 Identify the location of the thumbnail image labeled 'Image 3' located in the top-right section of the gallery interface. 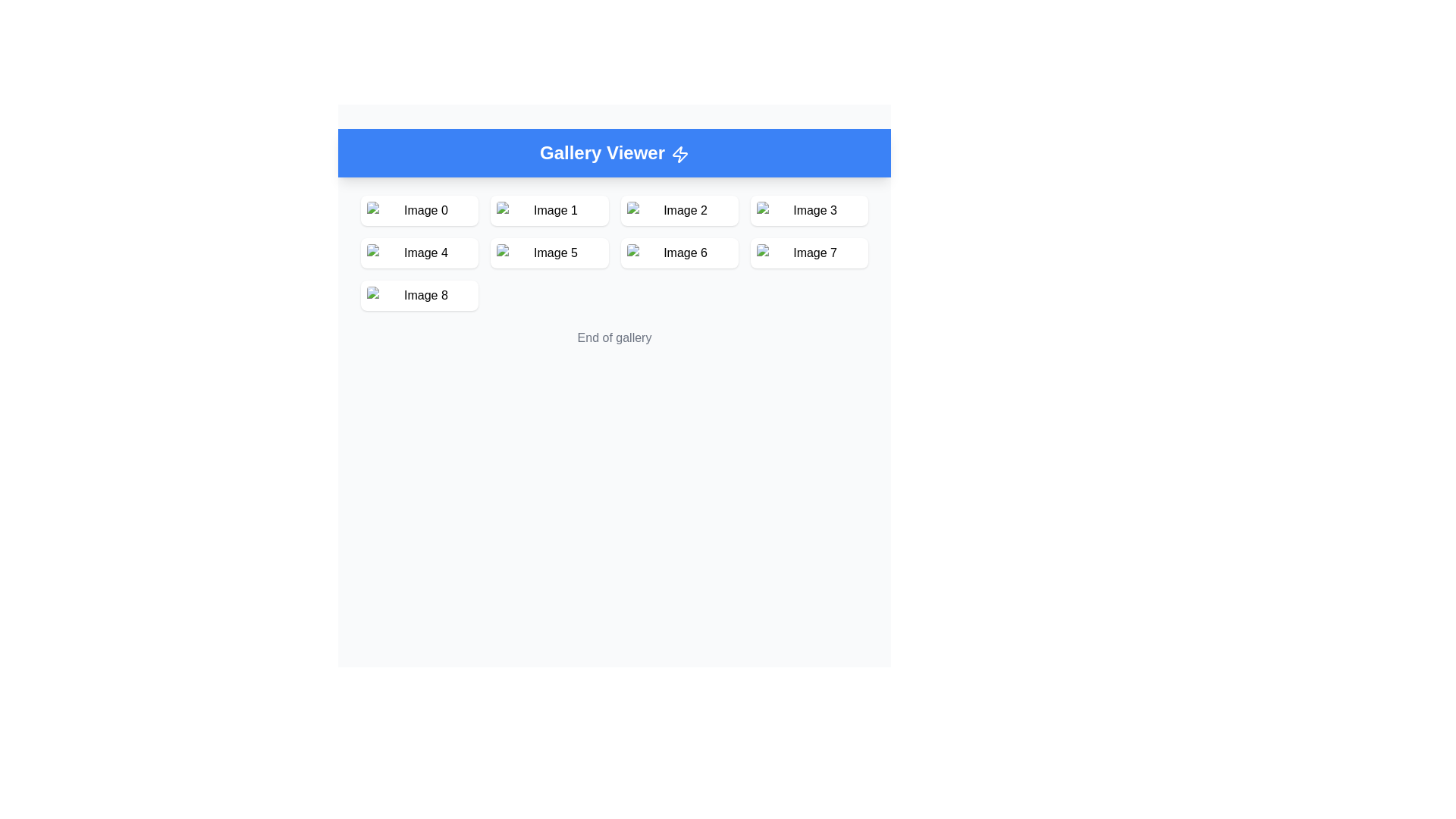
(808, 210).